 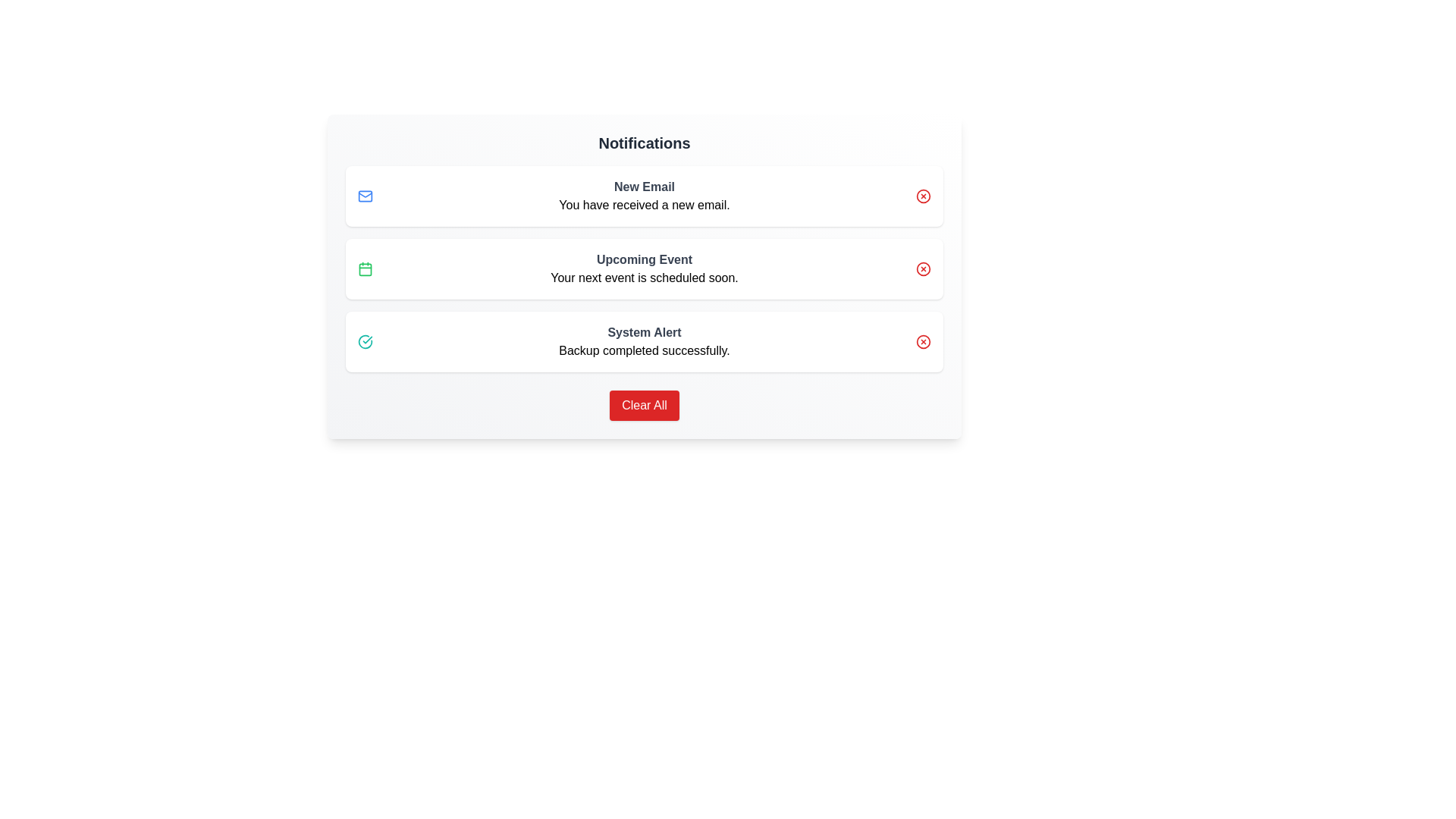 I want to click on the Text Label that serves as the headline for the notification entry, summarizing the nature of the notification, so click(x=644, y=186).